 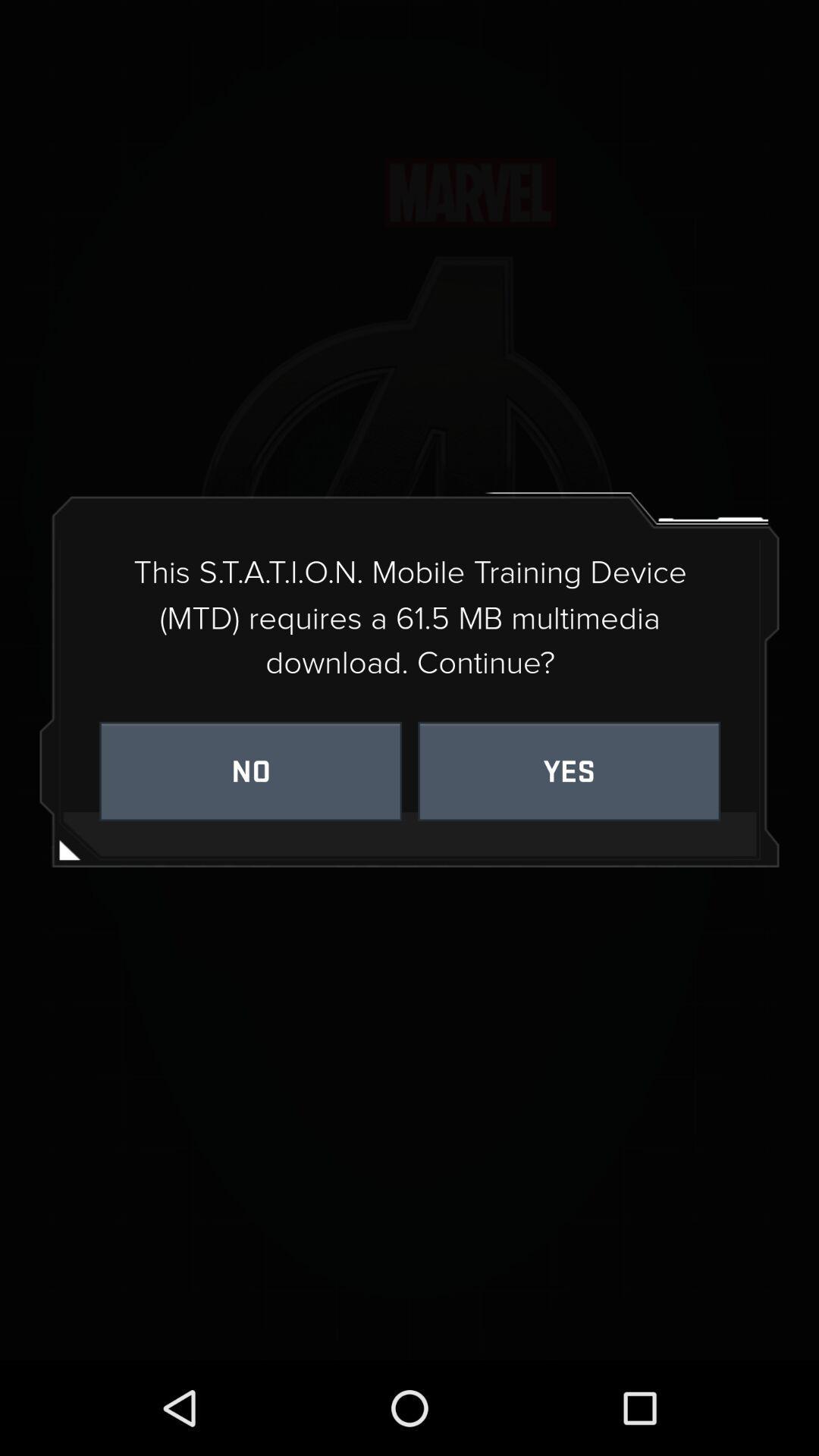 I want to click on item to the right of no icon, so click(x=569, y=771).